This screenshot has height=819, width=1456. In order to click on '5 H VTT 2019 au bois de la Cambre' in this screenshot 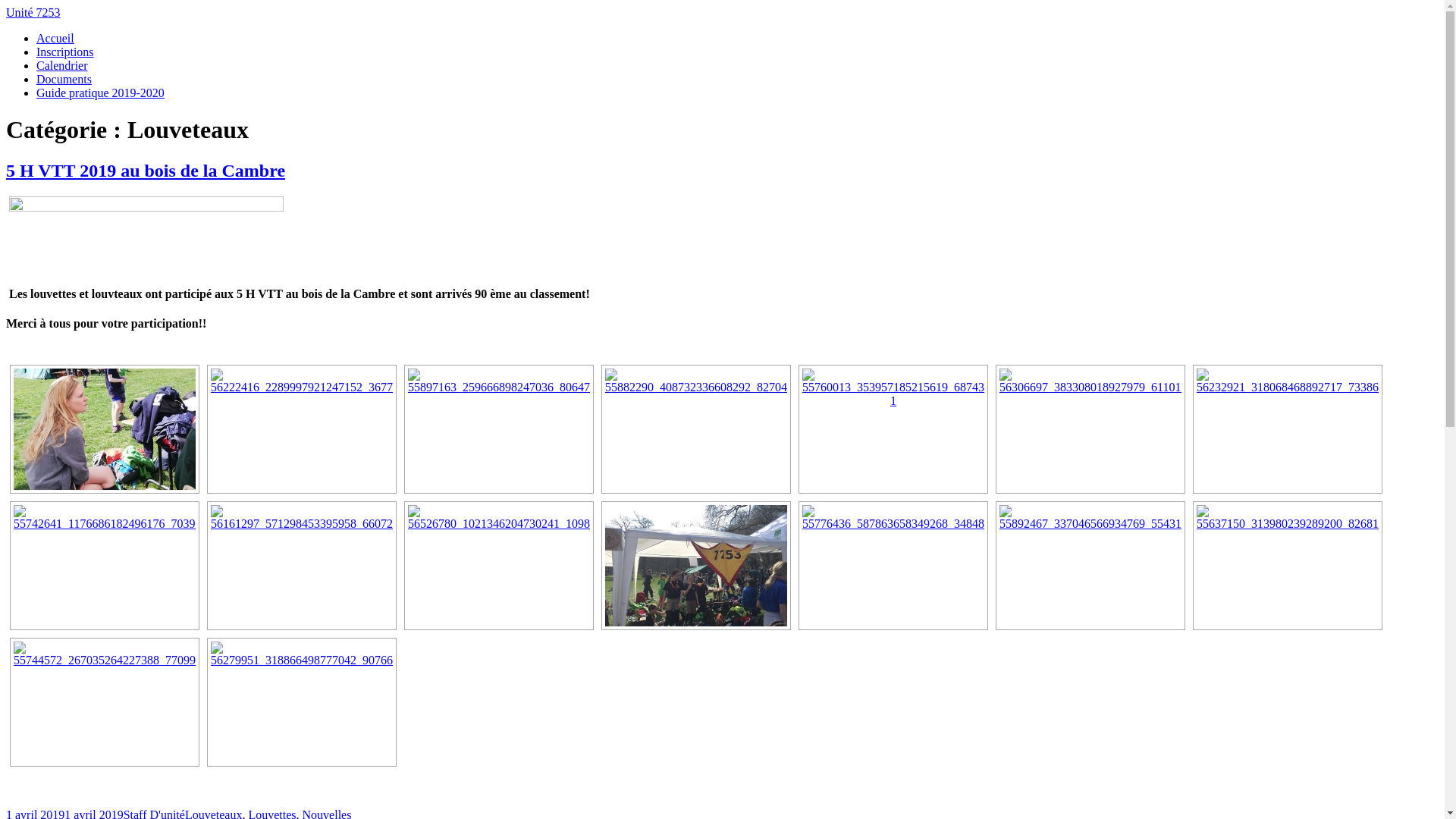, I will do `click(146, 170)`.